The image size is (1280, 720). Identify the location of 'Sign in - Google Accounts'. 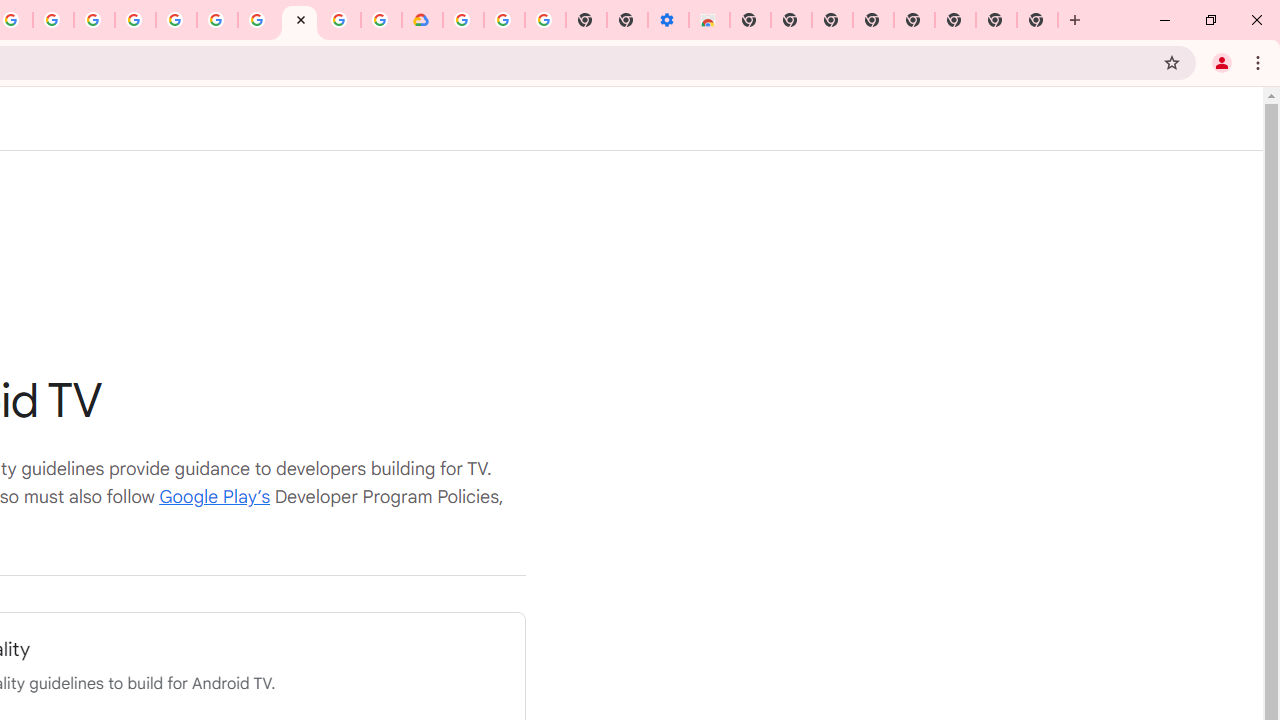
(462, 20).